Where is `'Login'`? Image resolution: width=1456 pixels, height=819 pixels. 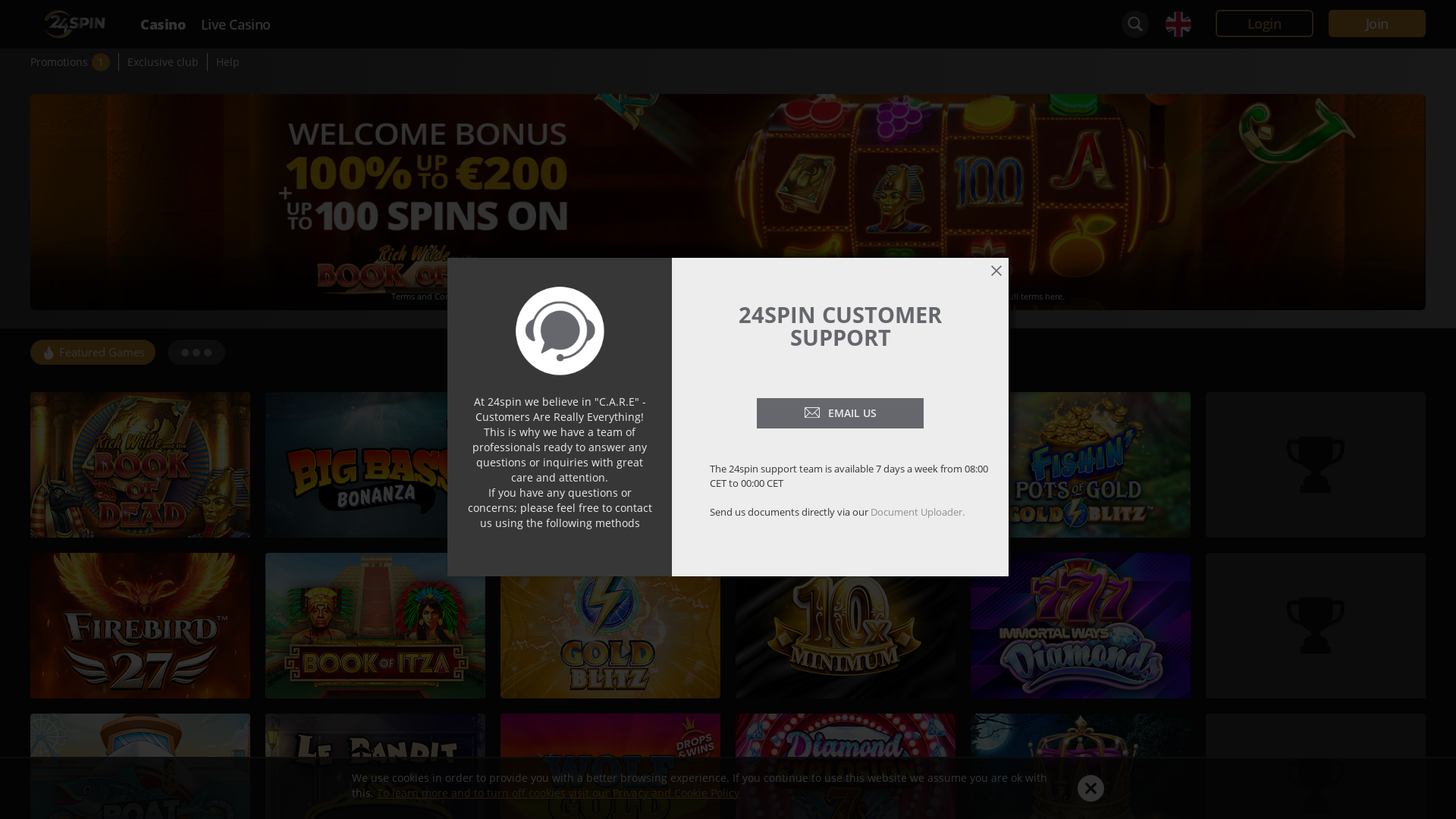
'Login' is located at coordinates (1264, 23).